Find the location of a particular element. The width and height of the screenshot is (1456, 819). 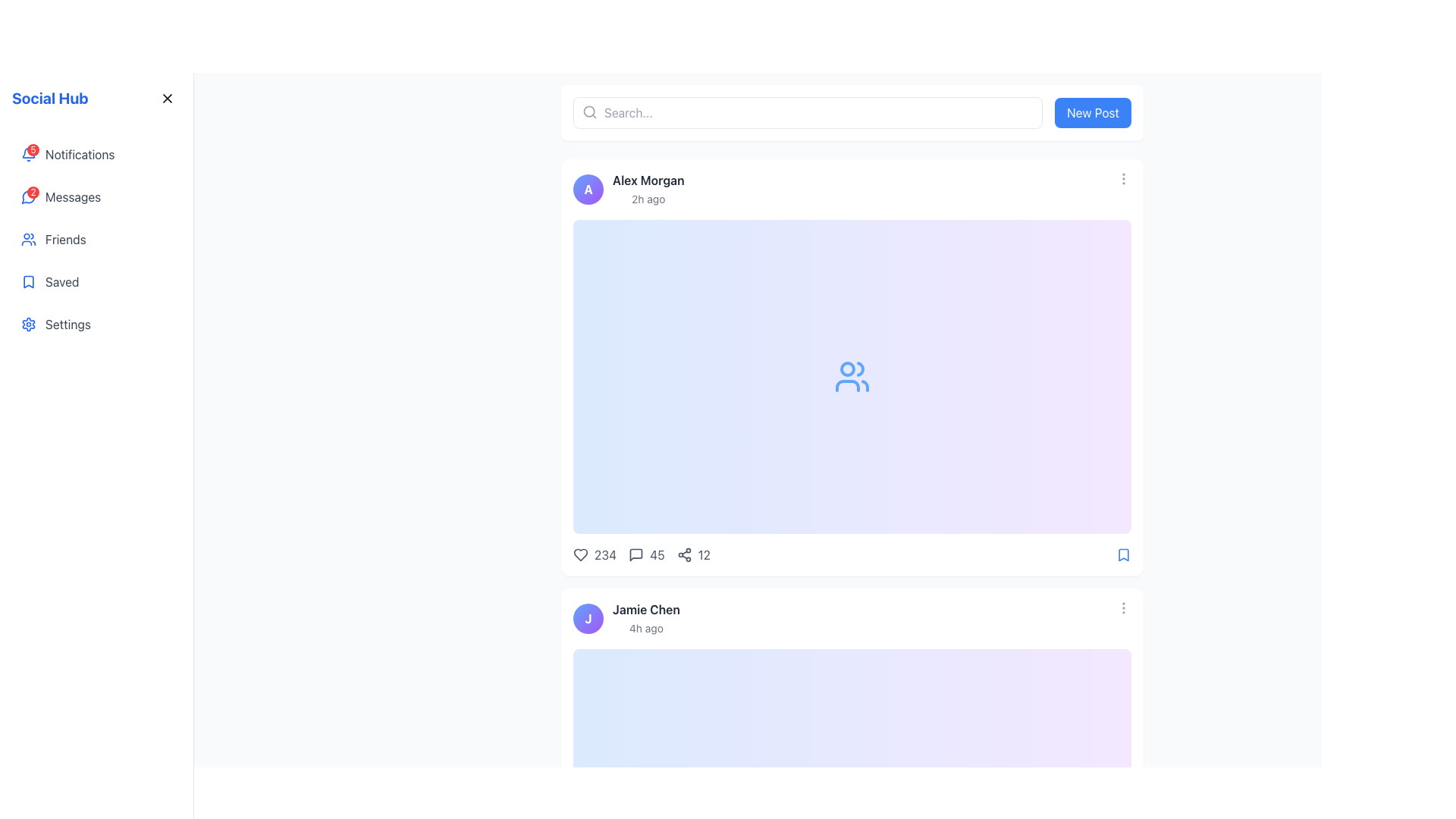

the comments icon located in the interaction bar below the post is located at coordinates (636, 555).